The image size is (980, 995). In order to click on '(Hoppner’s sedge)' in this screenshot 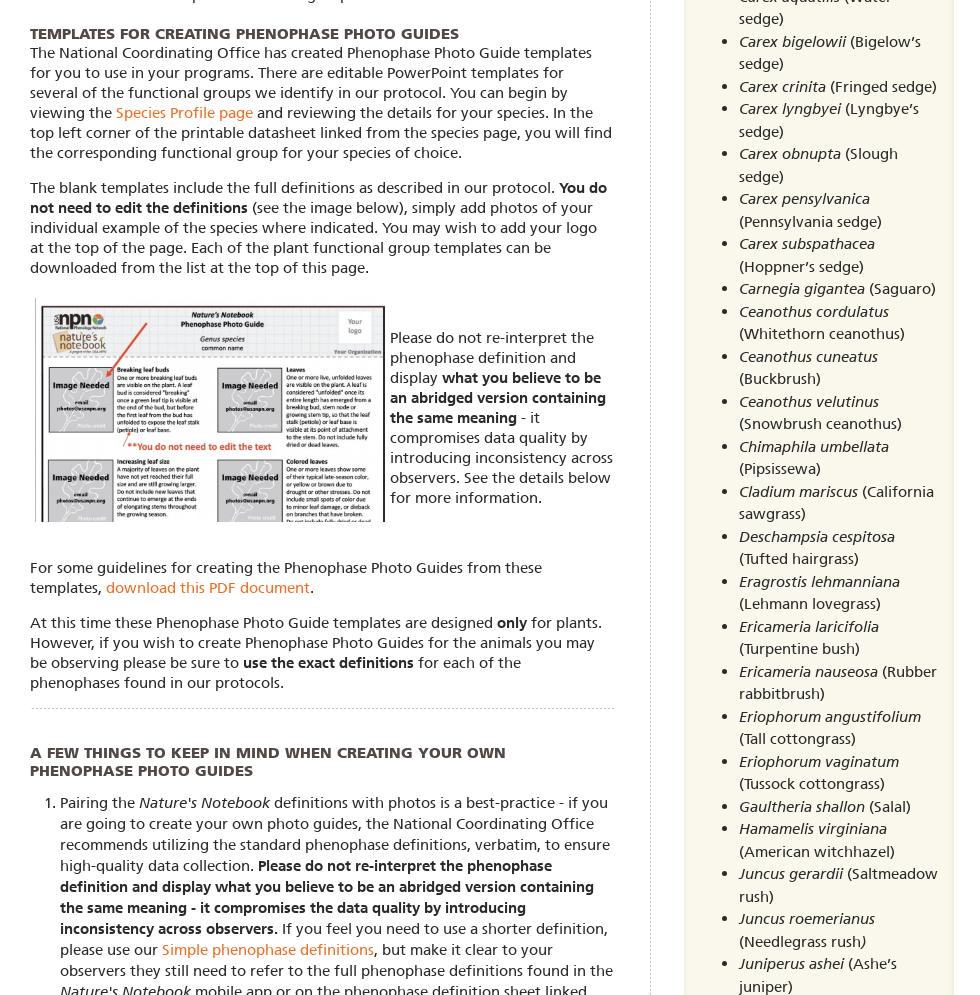, I will do `click(800, 265)`.